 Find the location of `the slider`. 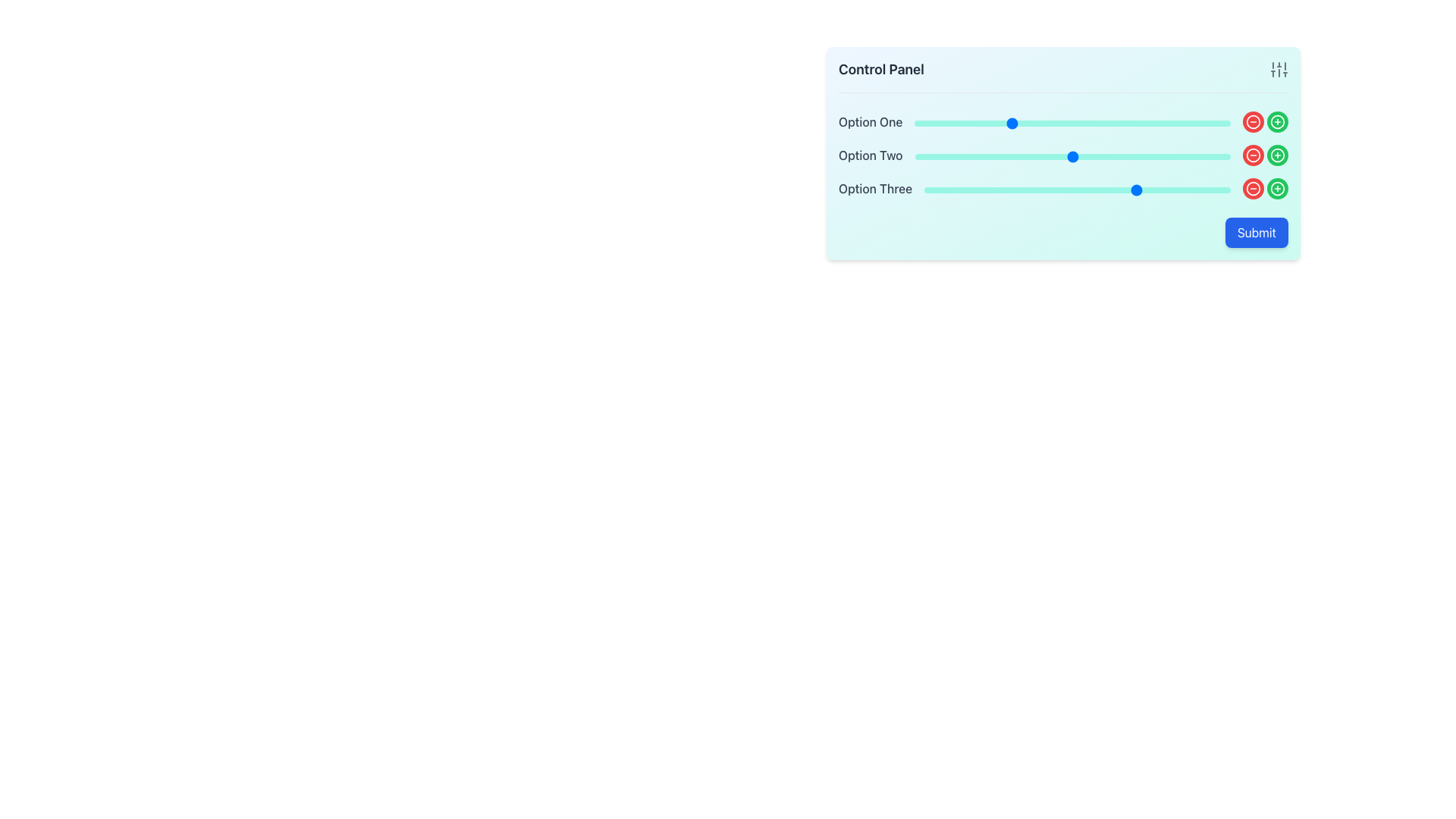

the slider is located at coordinates (968, 122).